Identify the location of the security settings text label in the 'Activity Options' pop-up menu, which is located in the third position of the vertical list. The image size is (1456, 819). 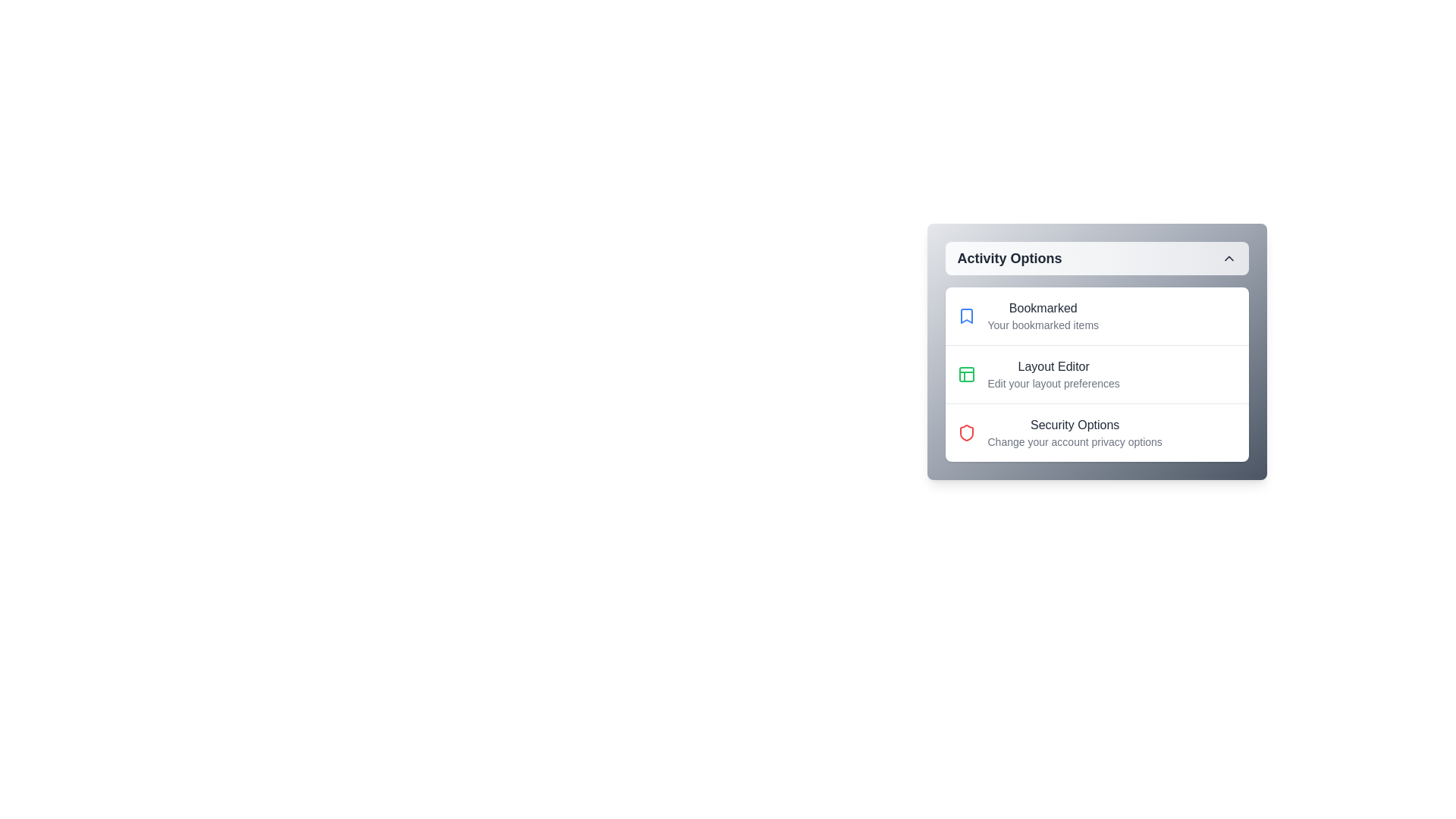
(1074, 425).